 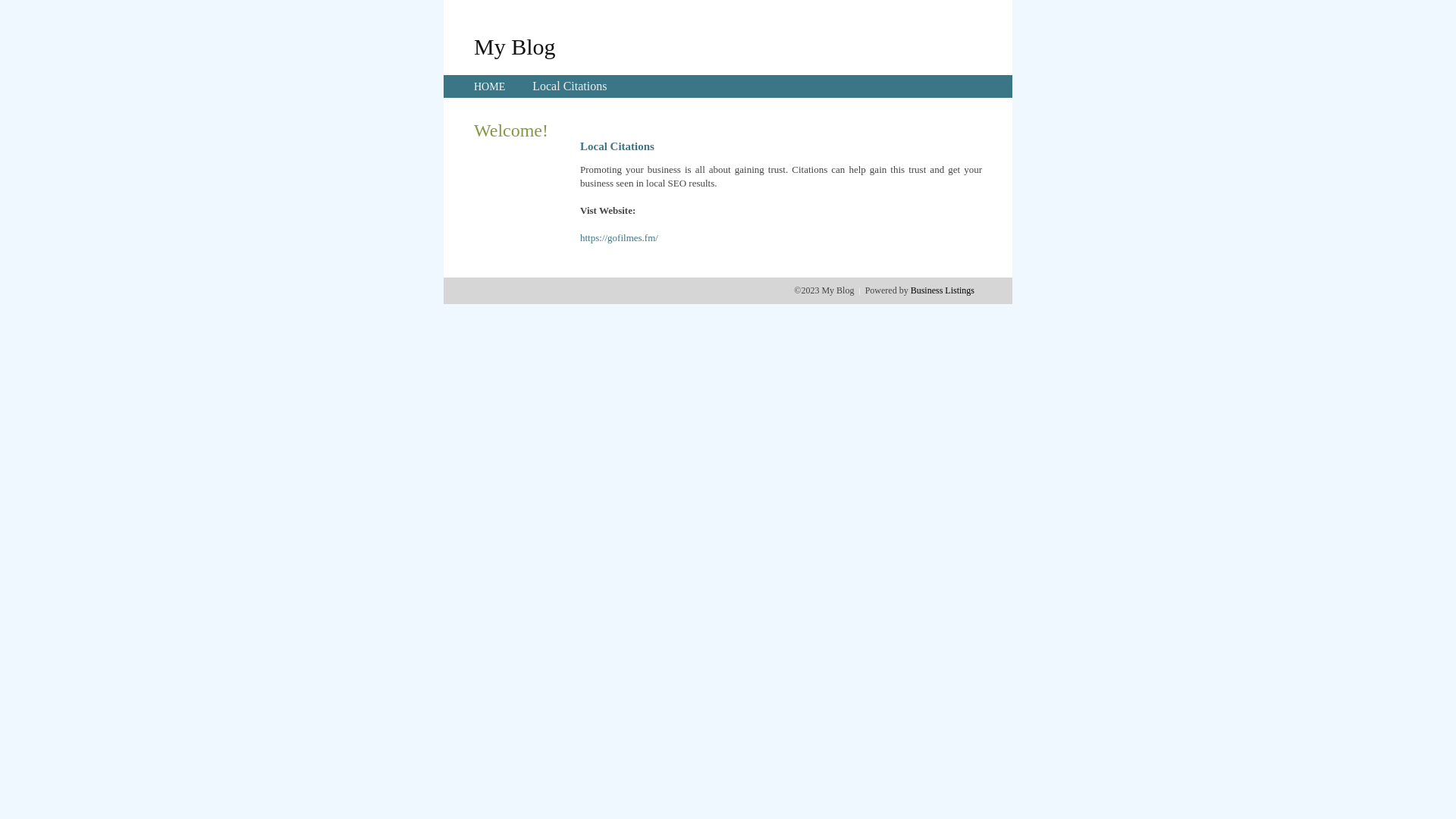 I want to click on 'Local Citations', so click(x=532, y=86).